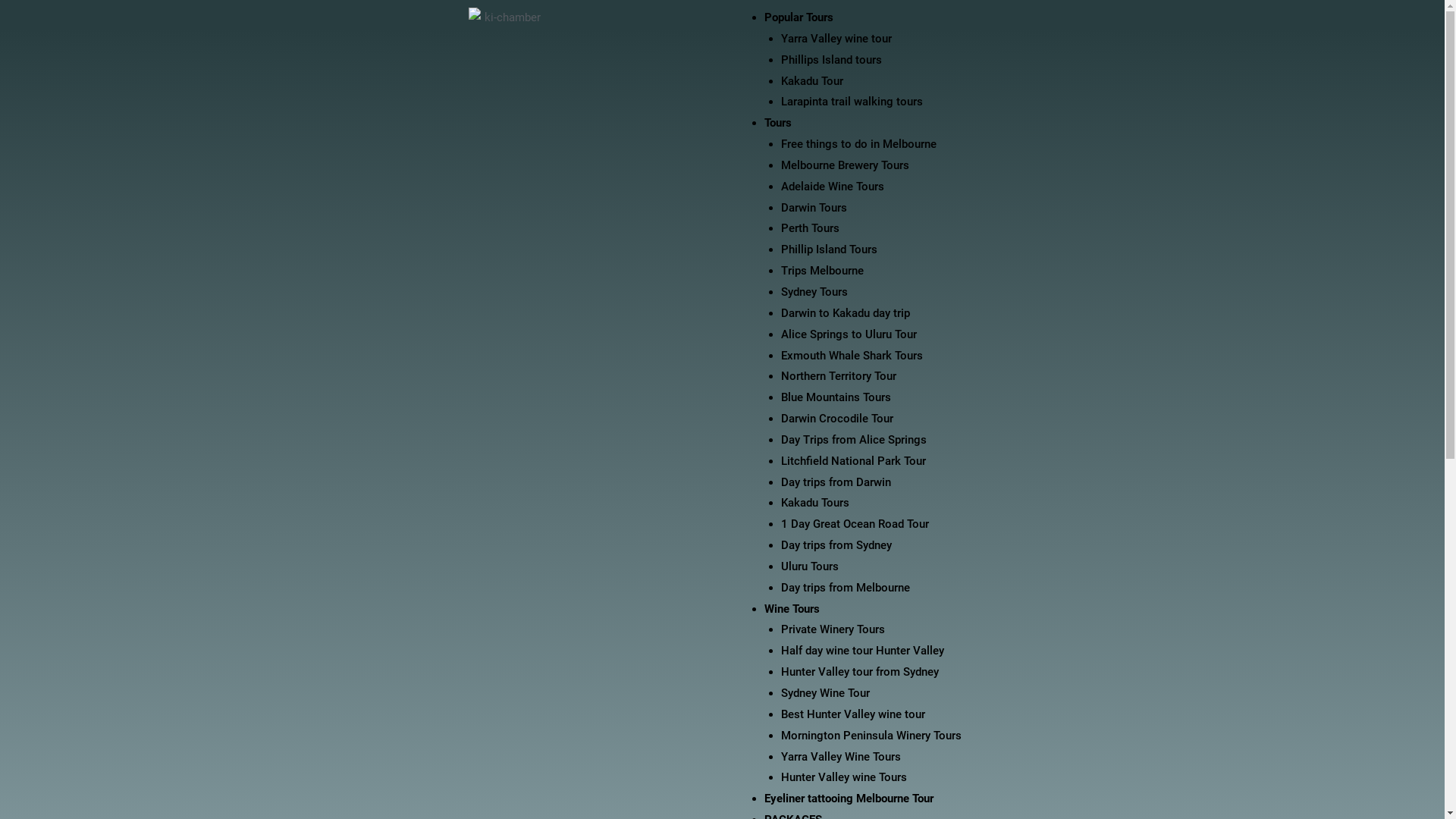 This screenshot has width=1456, height=819. I want to click on '1 Day Great Ocean Road Tour', so click(855, 522).